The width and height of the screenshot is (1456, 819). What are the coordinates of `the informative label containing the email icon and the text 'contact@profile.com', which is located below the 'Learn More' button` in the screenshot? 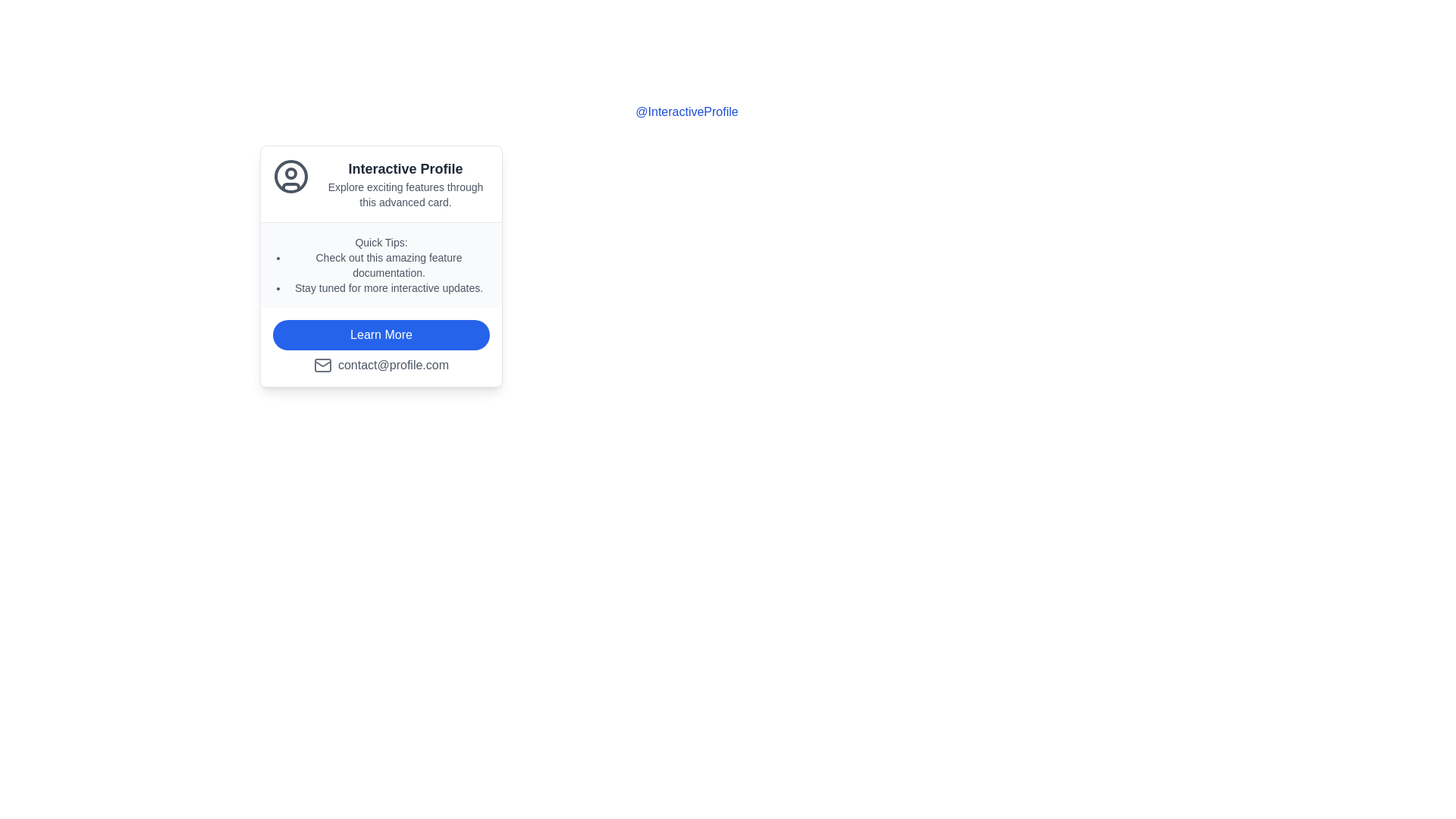 It's located at (381, 366).